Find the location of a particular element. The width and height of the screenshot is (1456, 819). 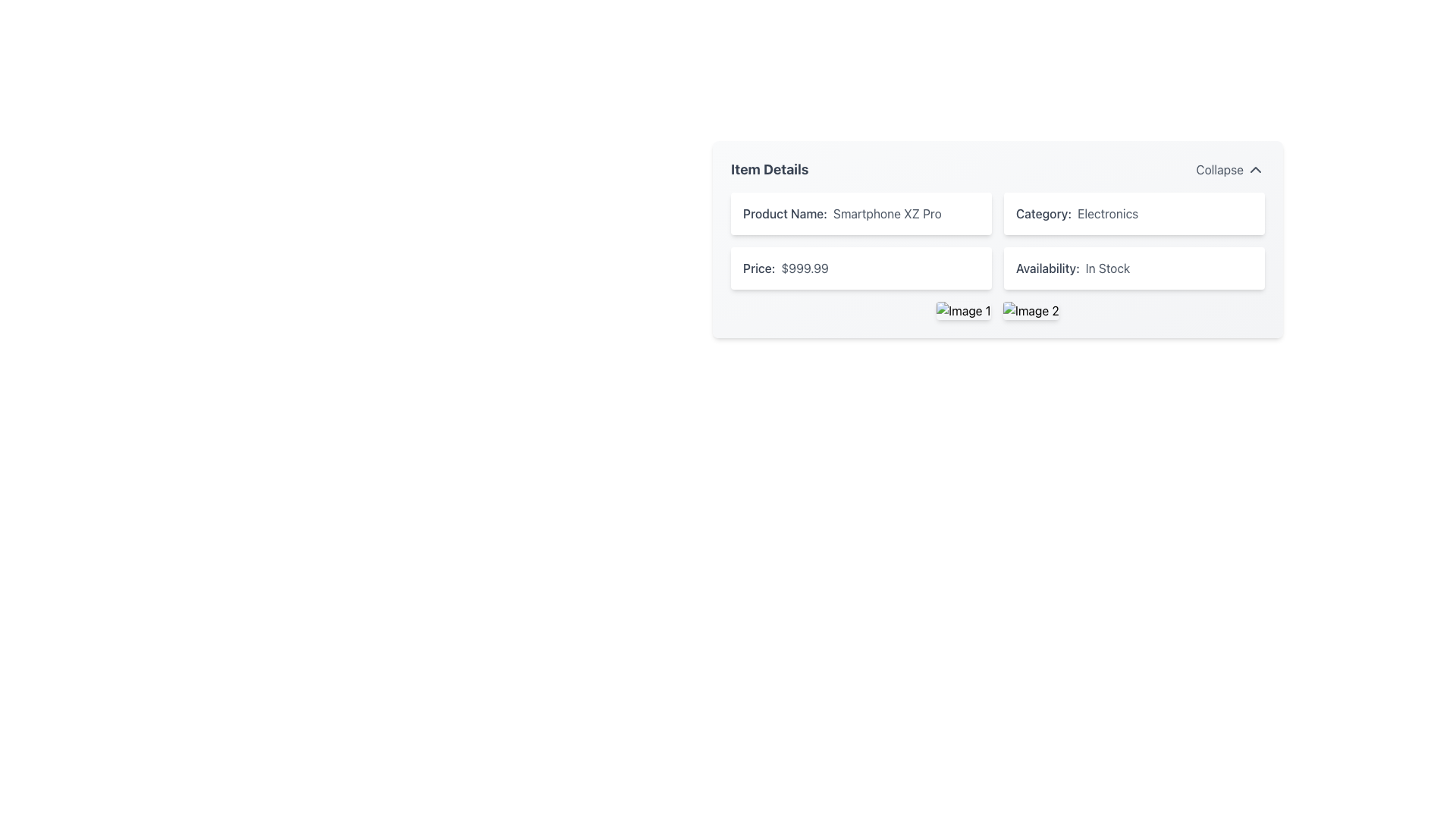

the text label 'Category:' which is styled in gray and aligned to the left, located in the third row of the product card layout is located at coordinates (1043, 213).